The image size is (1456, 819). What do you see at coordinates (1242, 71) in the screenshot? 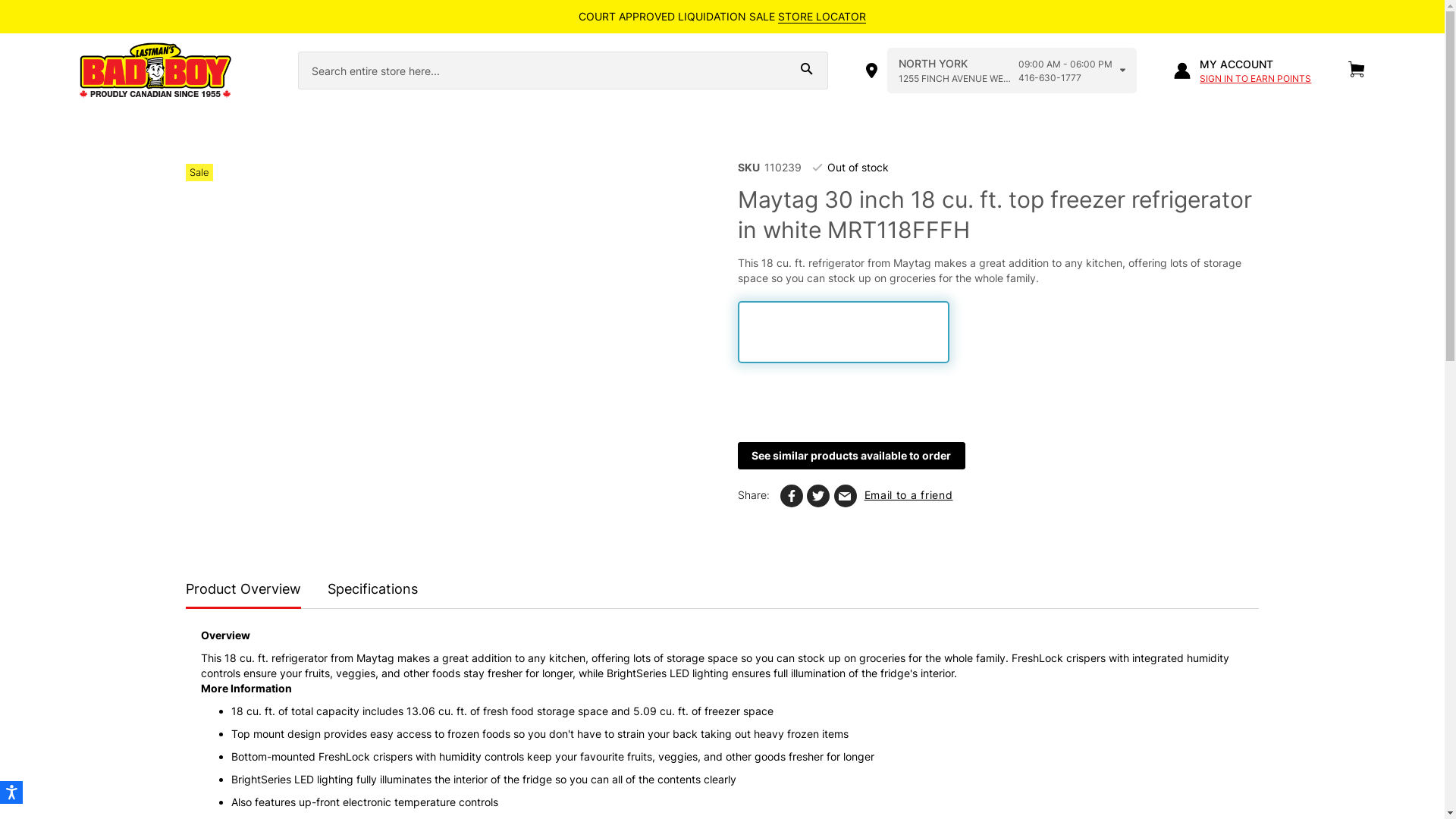
I see `'MY ACCOUNT` at bounding box center [1242, 71].